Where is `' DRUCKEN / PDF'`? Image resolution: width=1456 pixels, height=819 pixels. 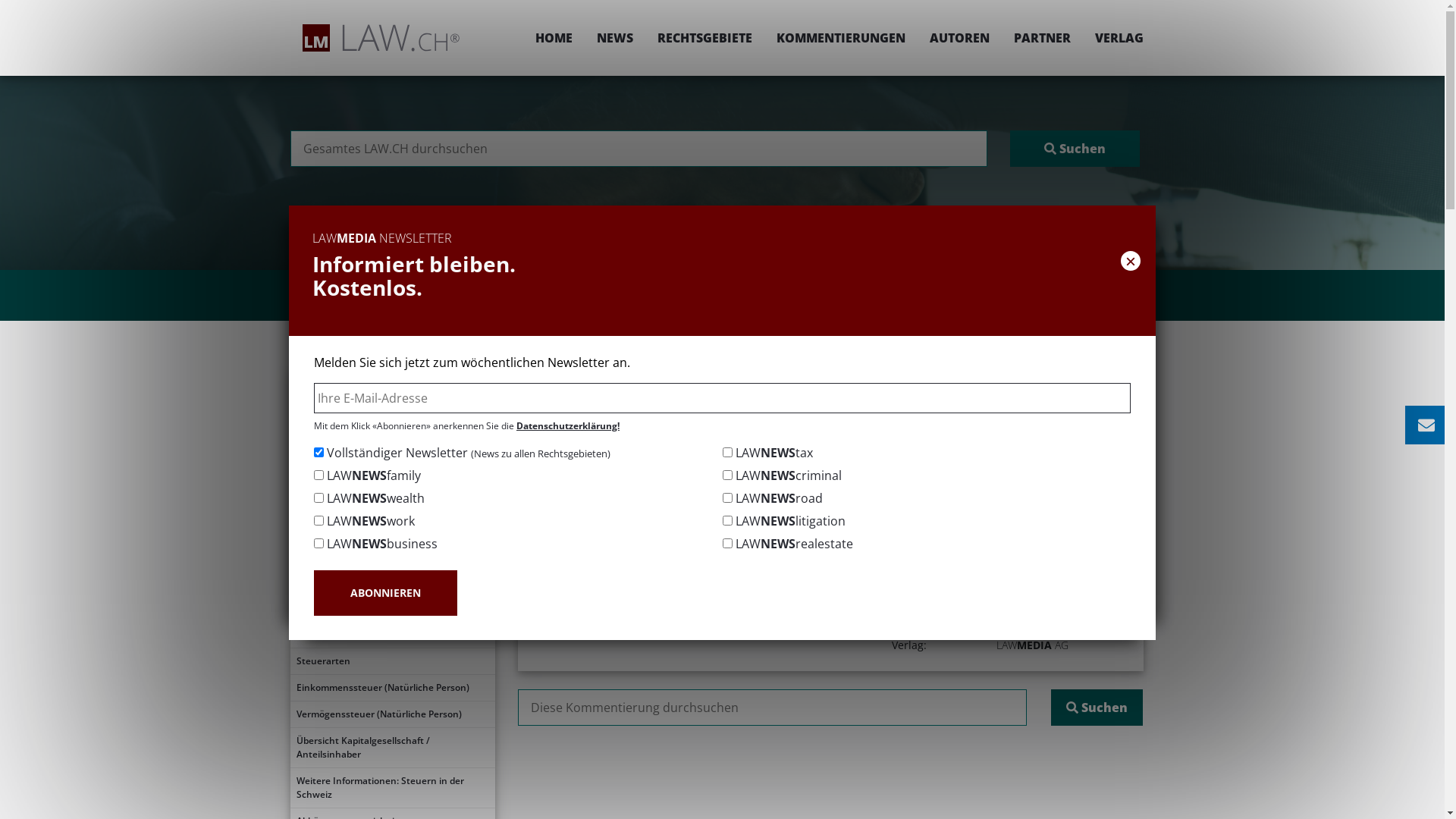 ' DRUCKEN / PDF' is located at coordinates (1096, 426).